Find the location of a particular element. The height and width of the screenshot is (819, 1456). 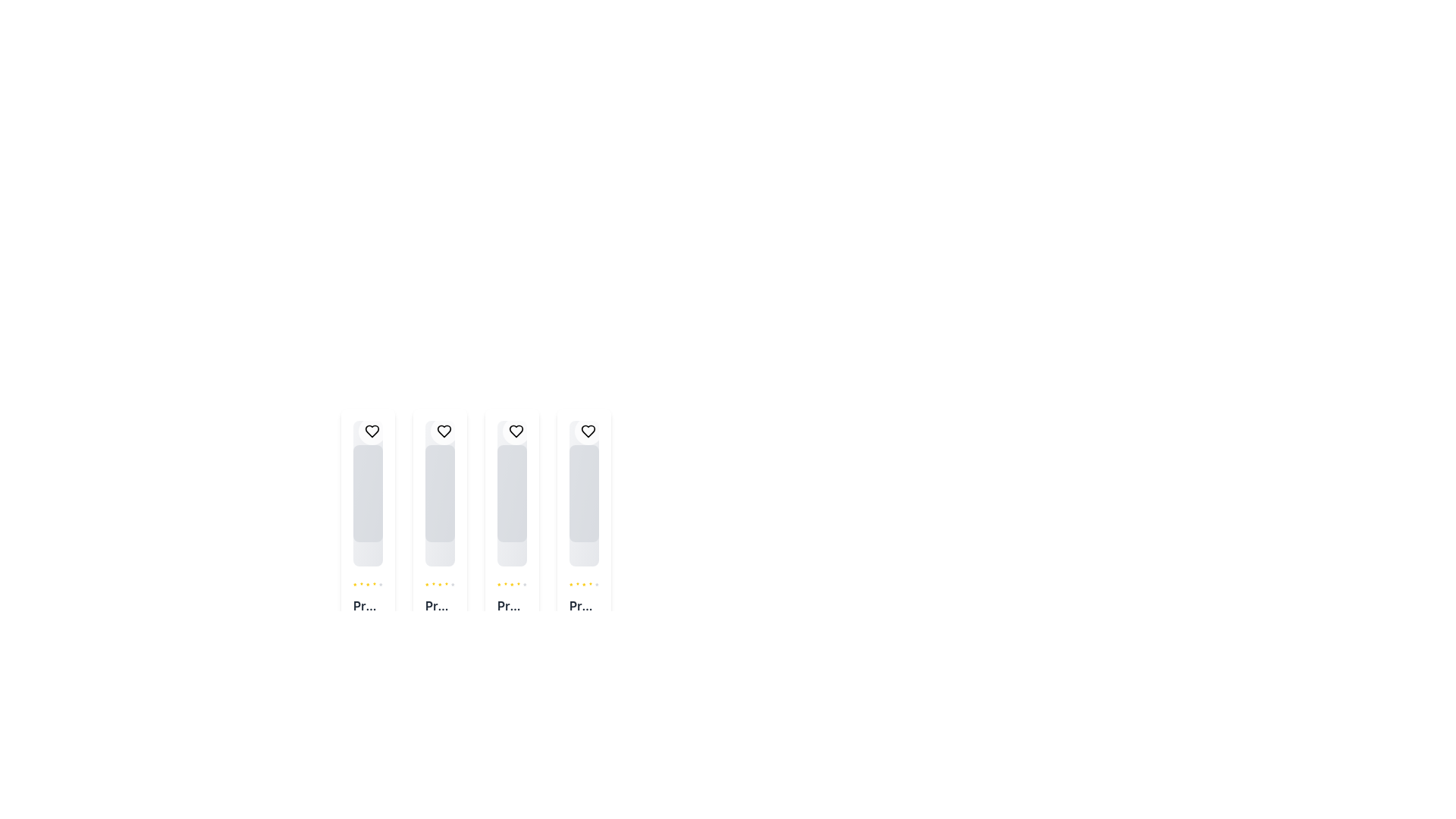

the text display component that displays 'Product Name', which is styled with a semi-bold font and located in the central area of the card layout, below the rating stars is located at coordinates (439, 604).